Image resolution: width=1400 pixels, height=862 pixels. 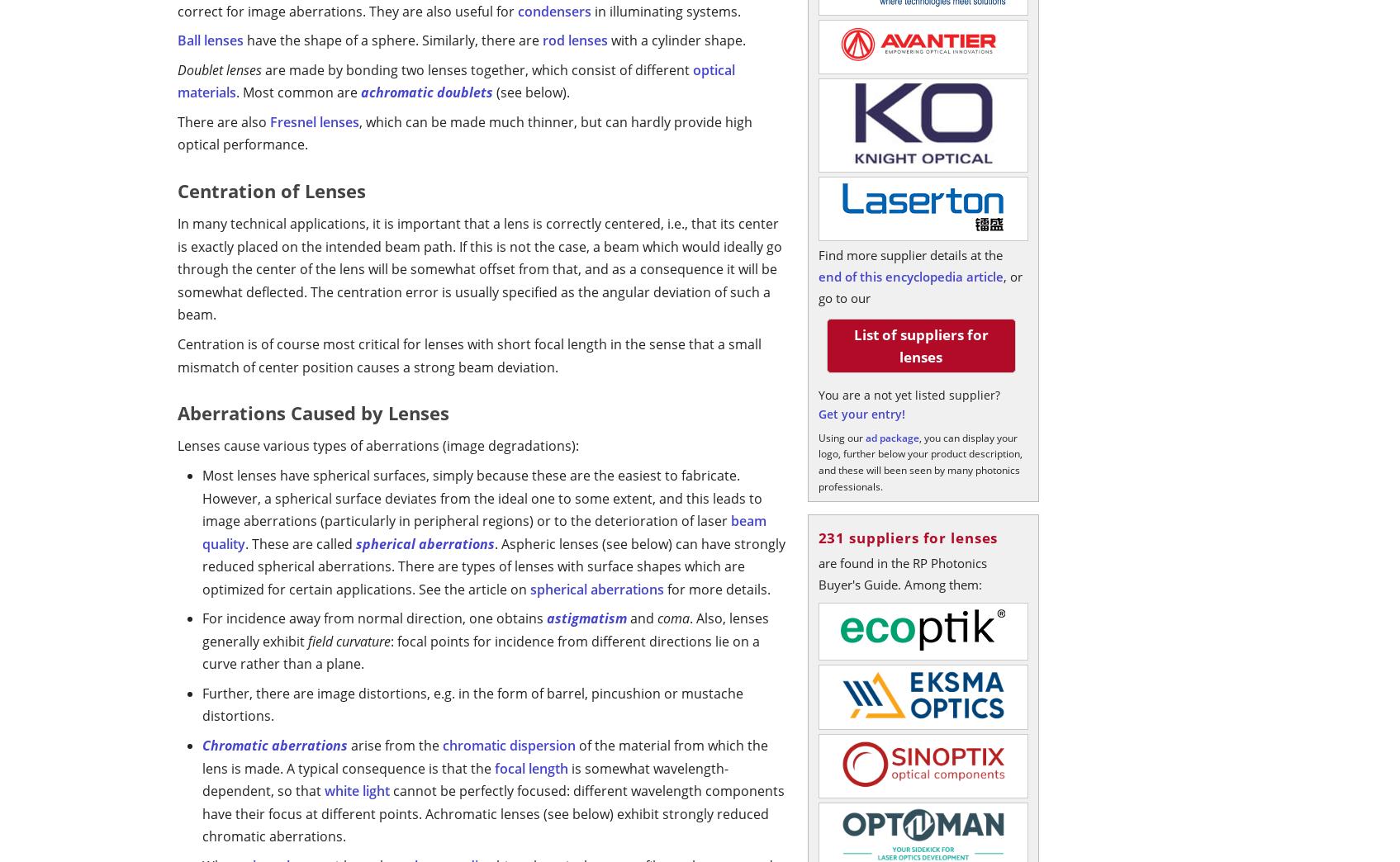 What do you see at coordinates (676, 39) in the screenshot?
I see `'with a cylinder shape.'` at bounding box center [676, 39].